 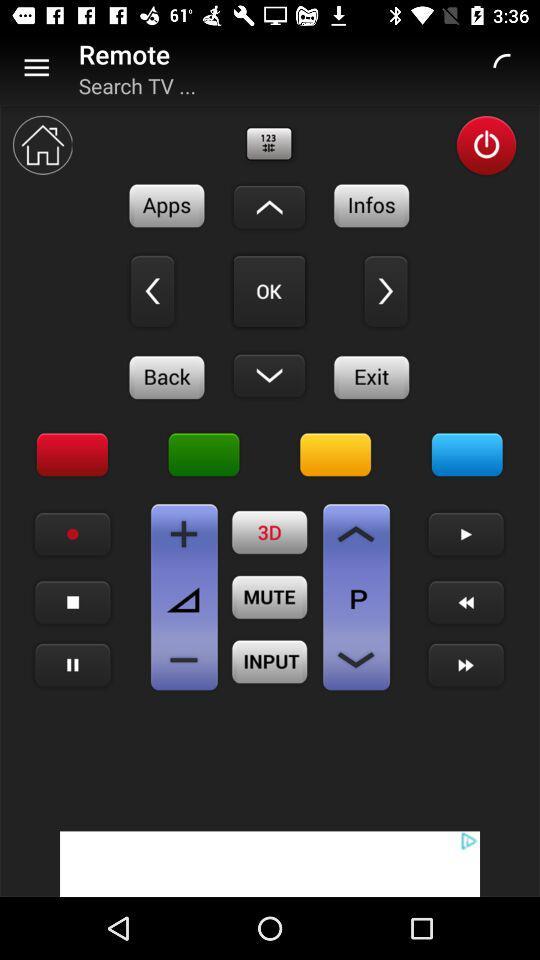 What do you see at coordinates (184, 533) in the screenshot?
I see `increase volume` at bounding box center [184, 533].